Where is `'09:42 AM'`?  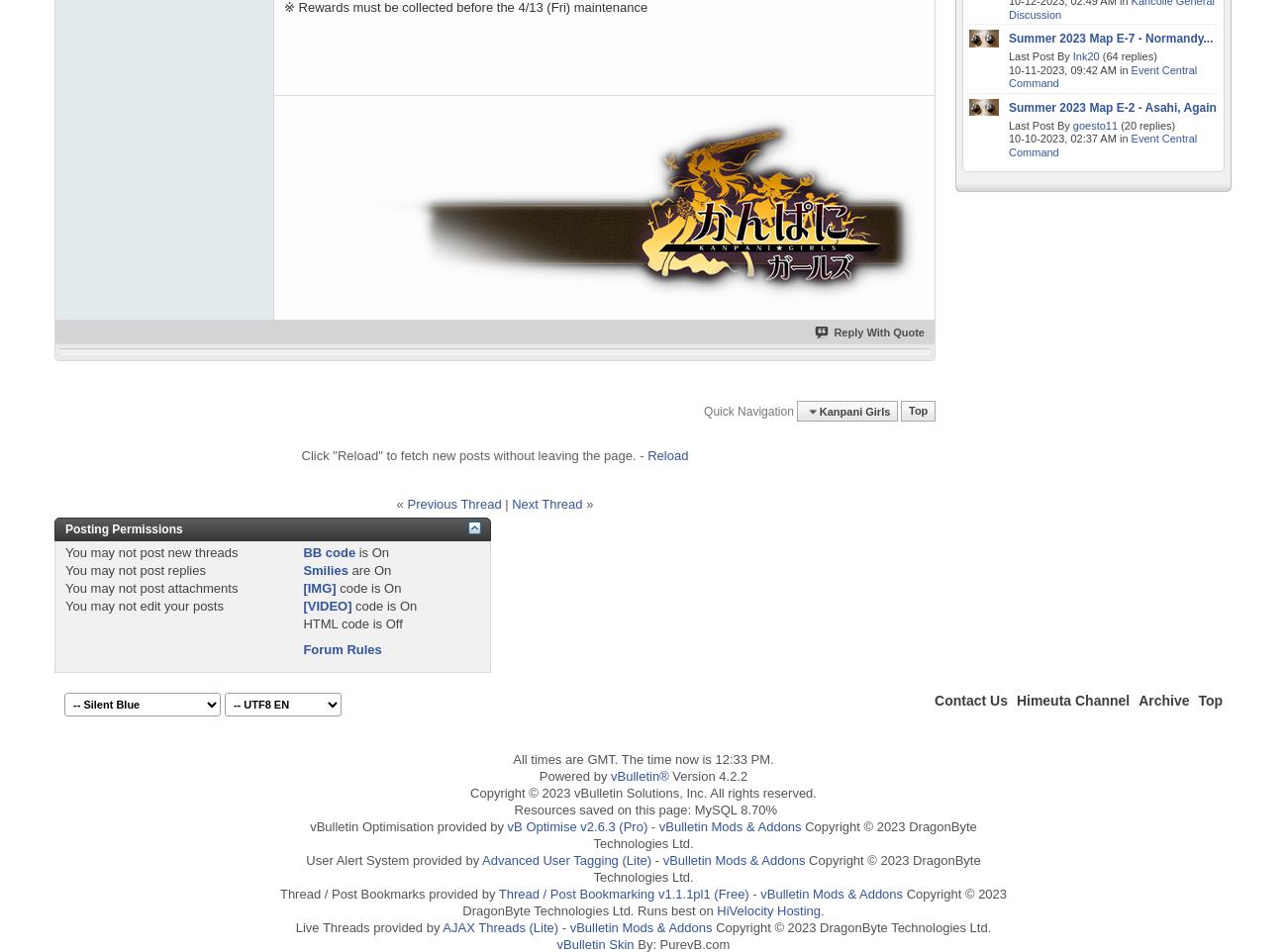
'09:42 AM' is located at coordinates (1091, 69).